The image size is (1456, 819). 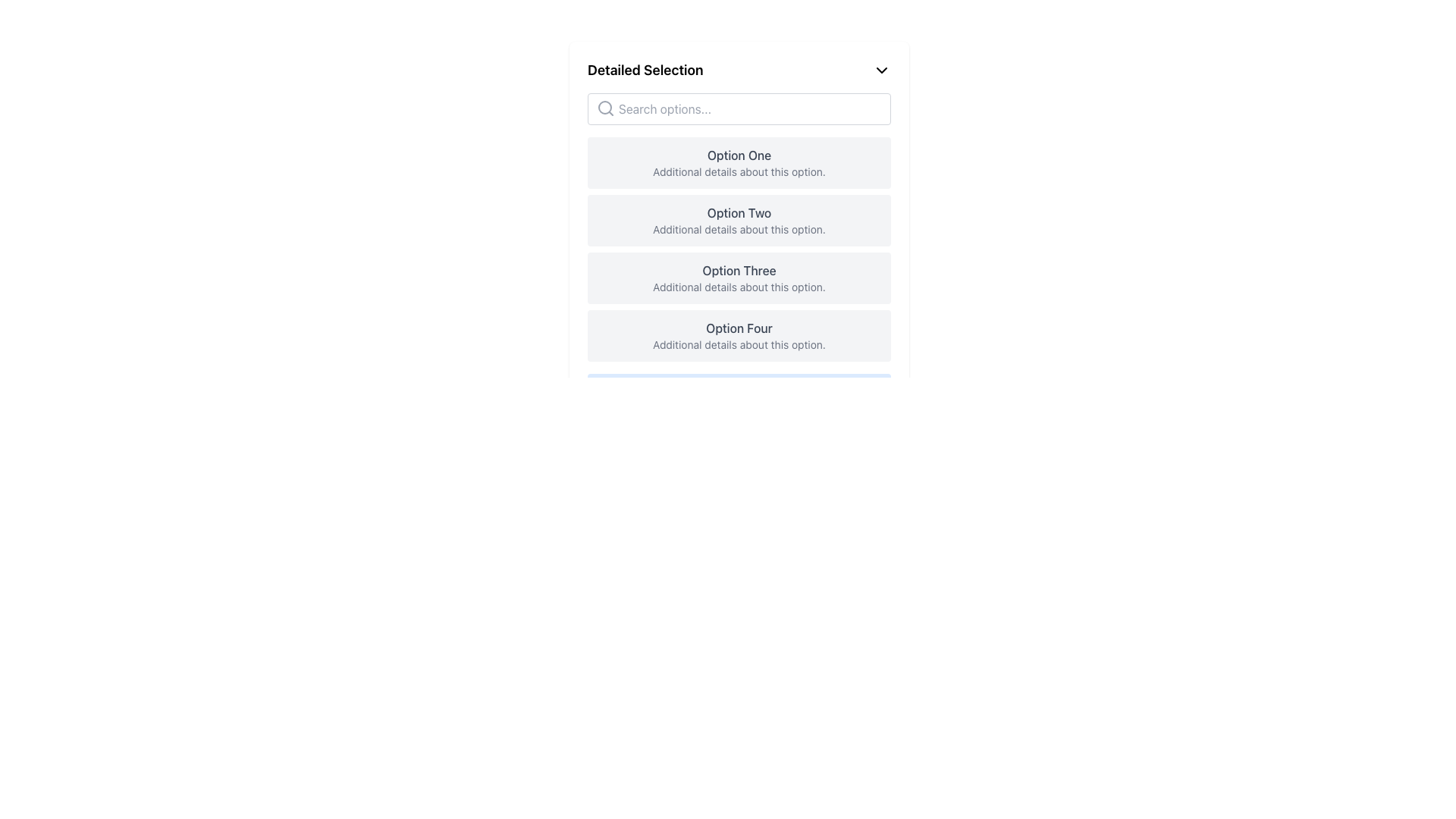 What do you see at coordinates (739, 163) in the screenshot?
I see `the light-gray button labeled 'Option One' with a subtitle 'Additional details about this option.'` at bounding box center [739, 163].